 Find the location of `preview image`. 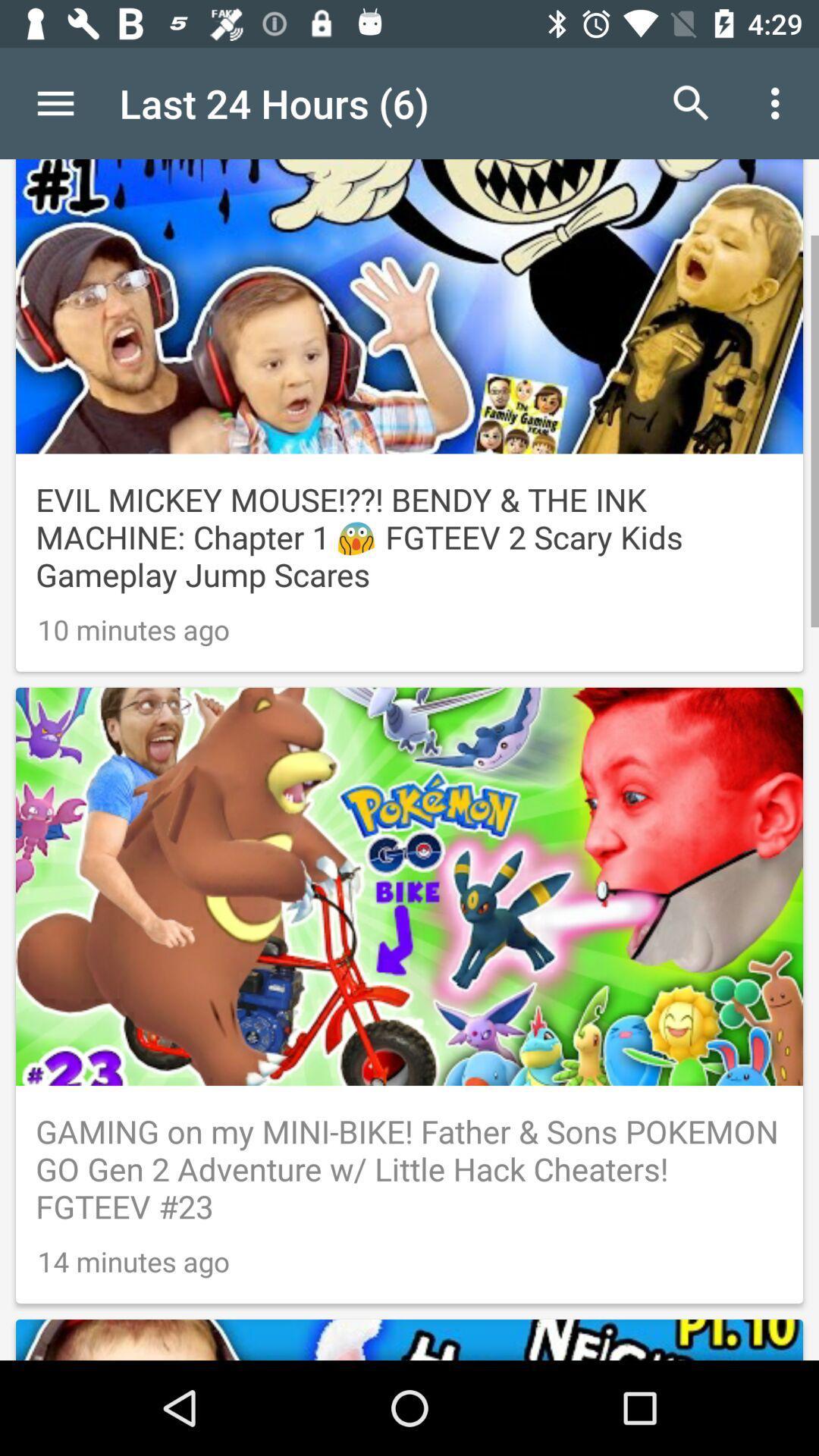

preview image is located at coordinates (409, 1310).